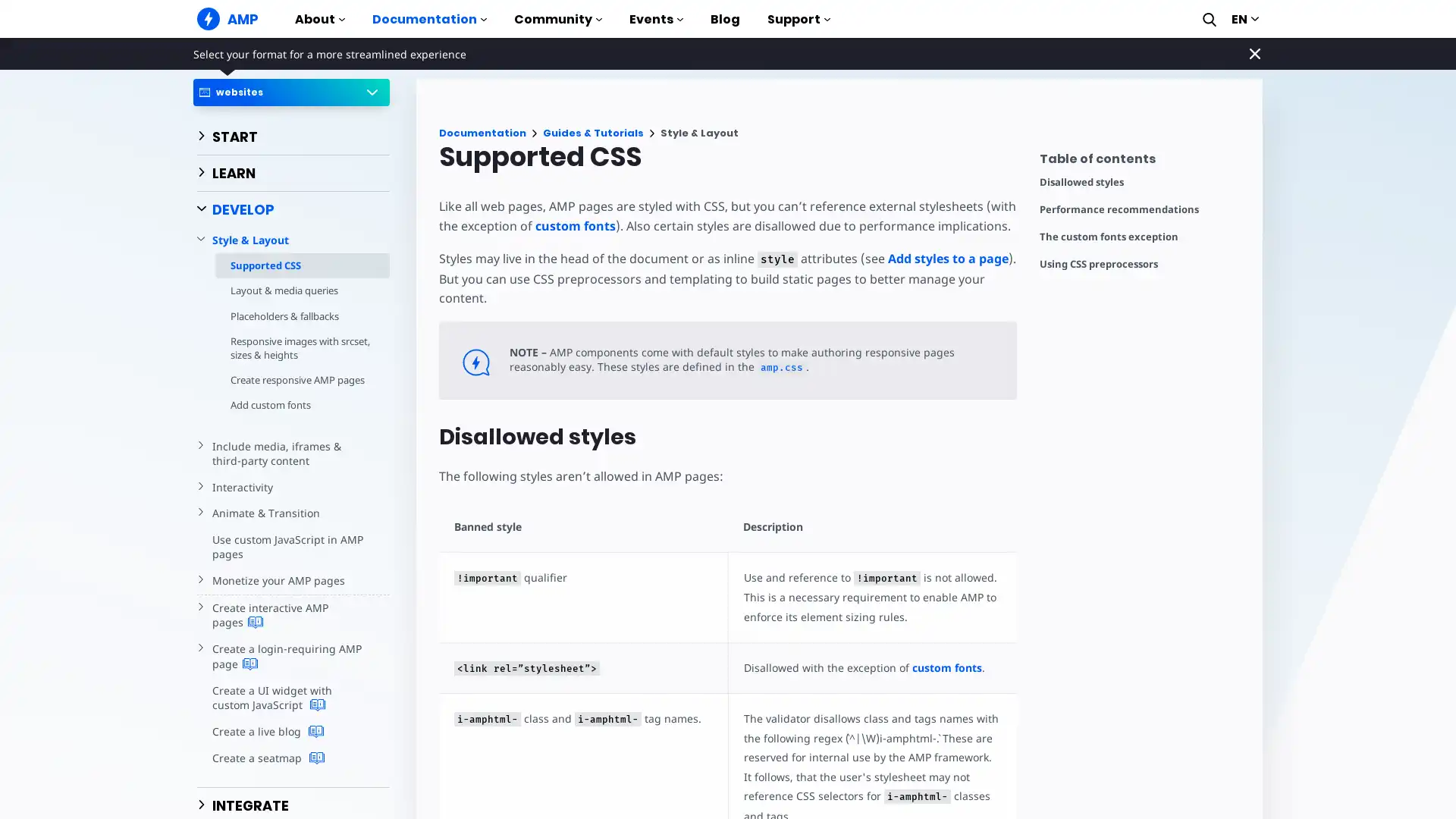 The height and width of the screenshot is (819, 1456). What do you see at coordinates (656, 24) in the screenshot?
I see `Events` at bounding box center [656, 24].